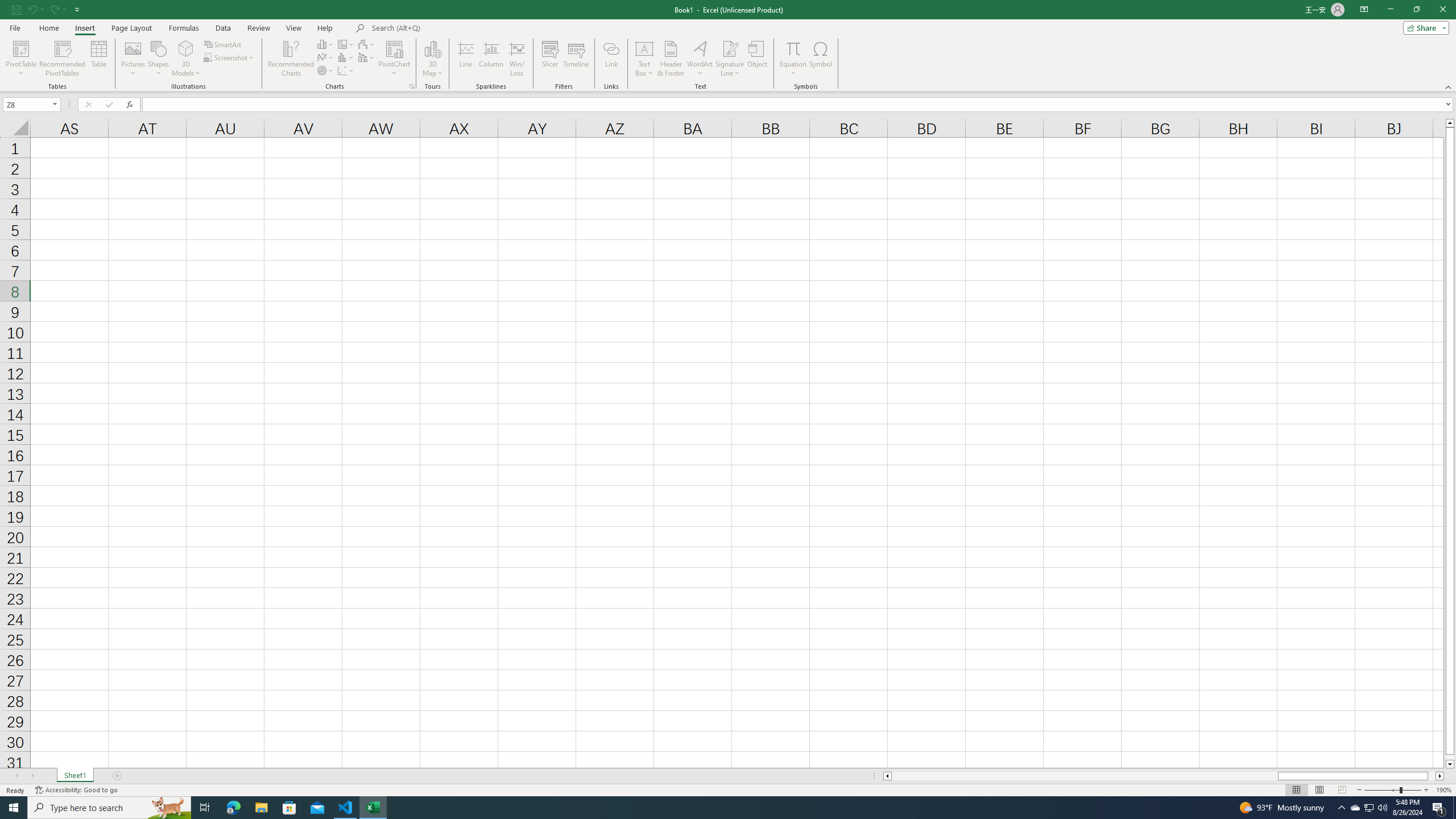 This screenshot has width=1456, height=819. I want to click on 'PivotTable', so click(20, 59).